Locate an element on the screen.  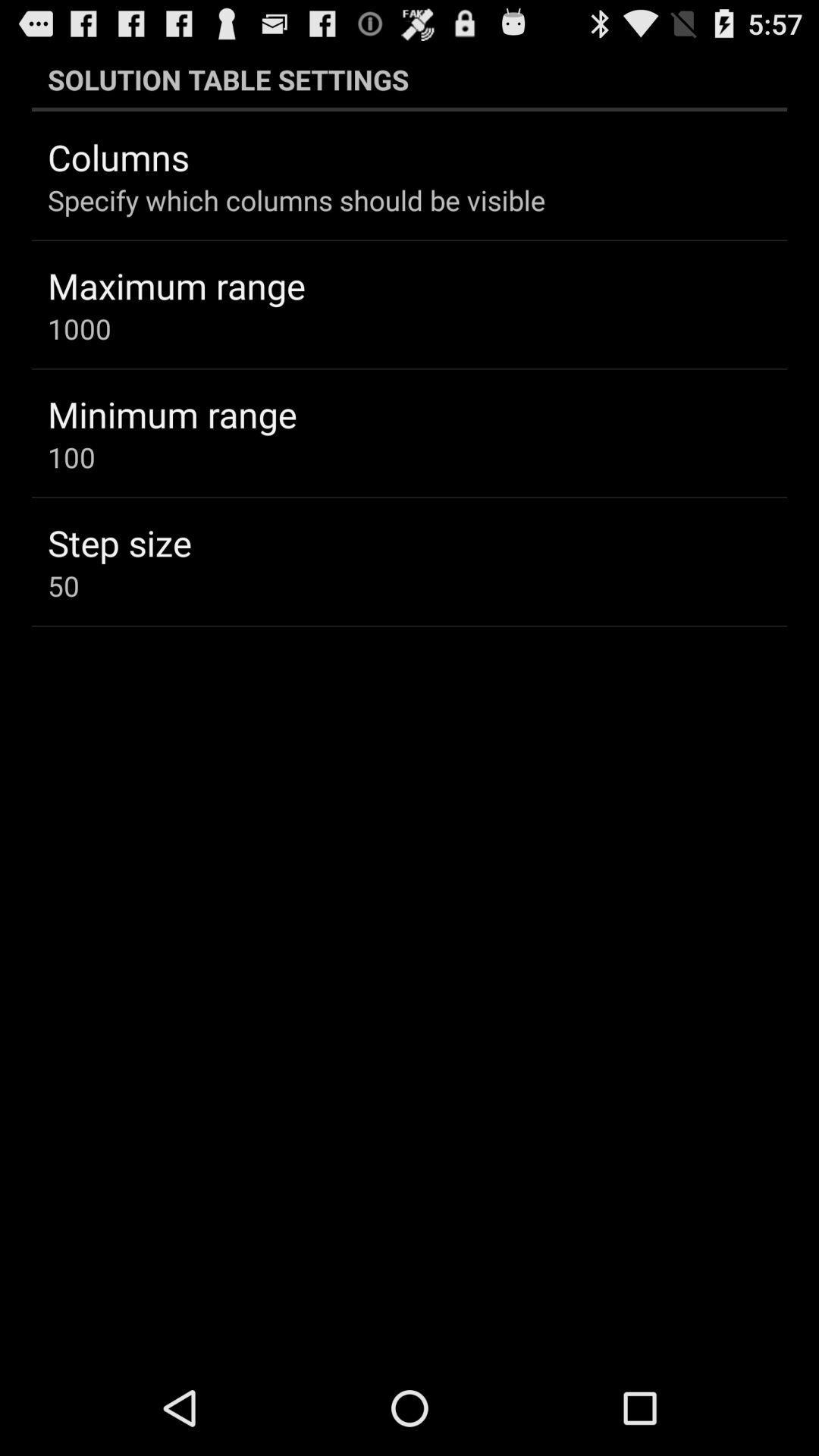
the icon above the 50 is located at coordinates (118, 542).